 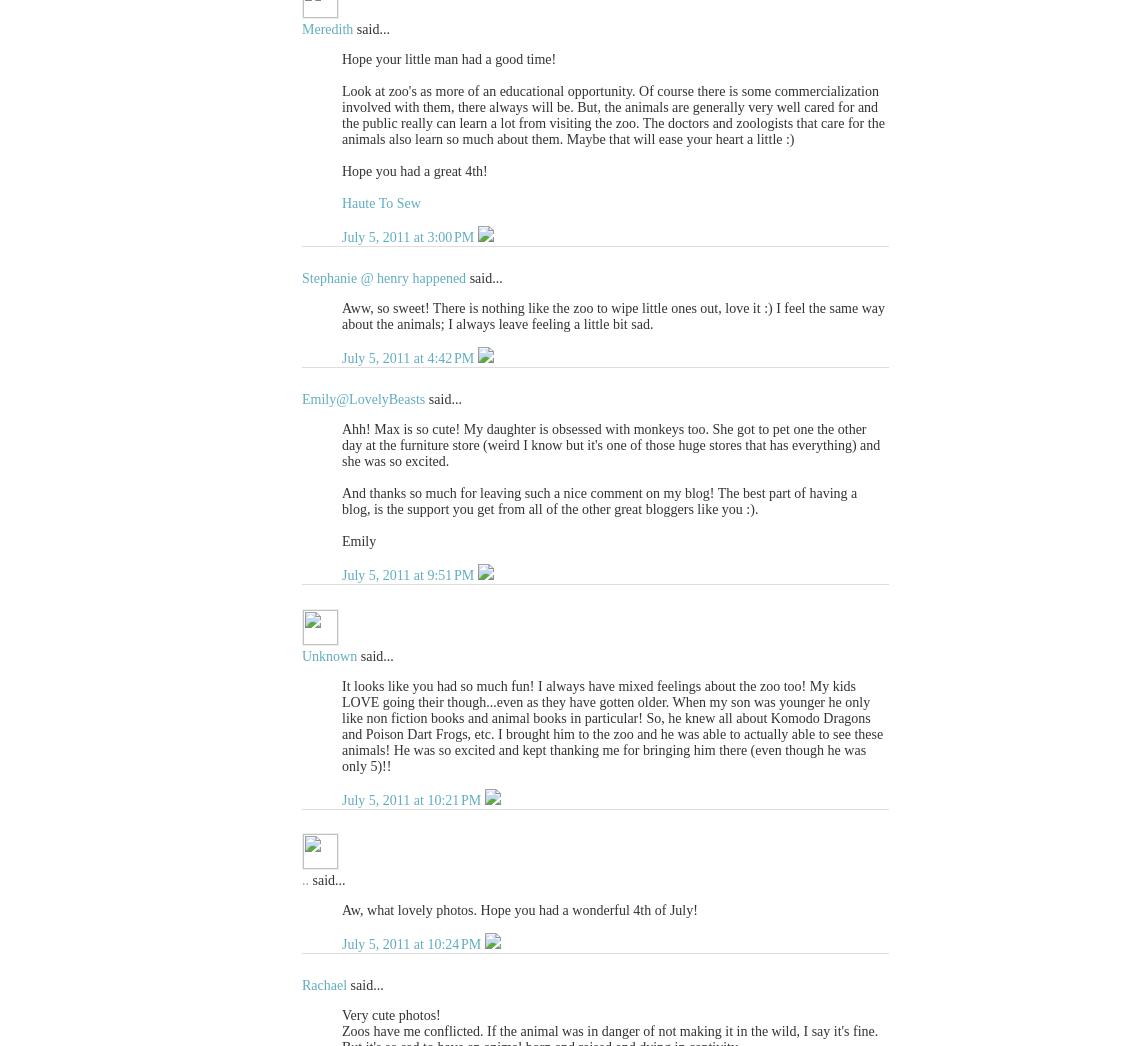 What do you see at coordinates (327, 28) in the screenshot?
I see `'Meredith'` at bounding box center [327, 28].